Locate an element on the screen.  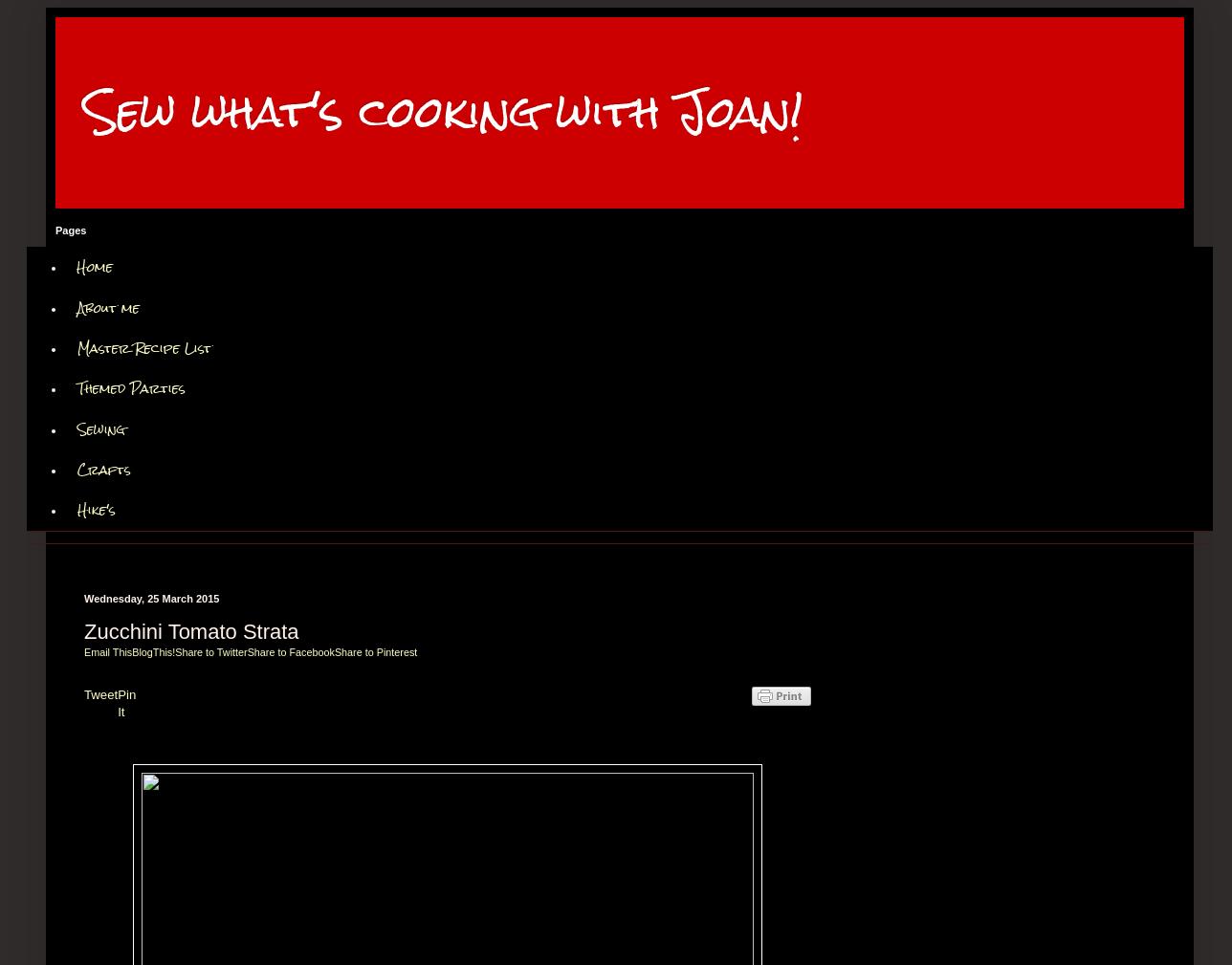
'BlogThis!' is located at coordinates (153, 651).